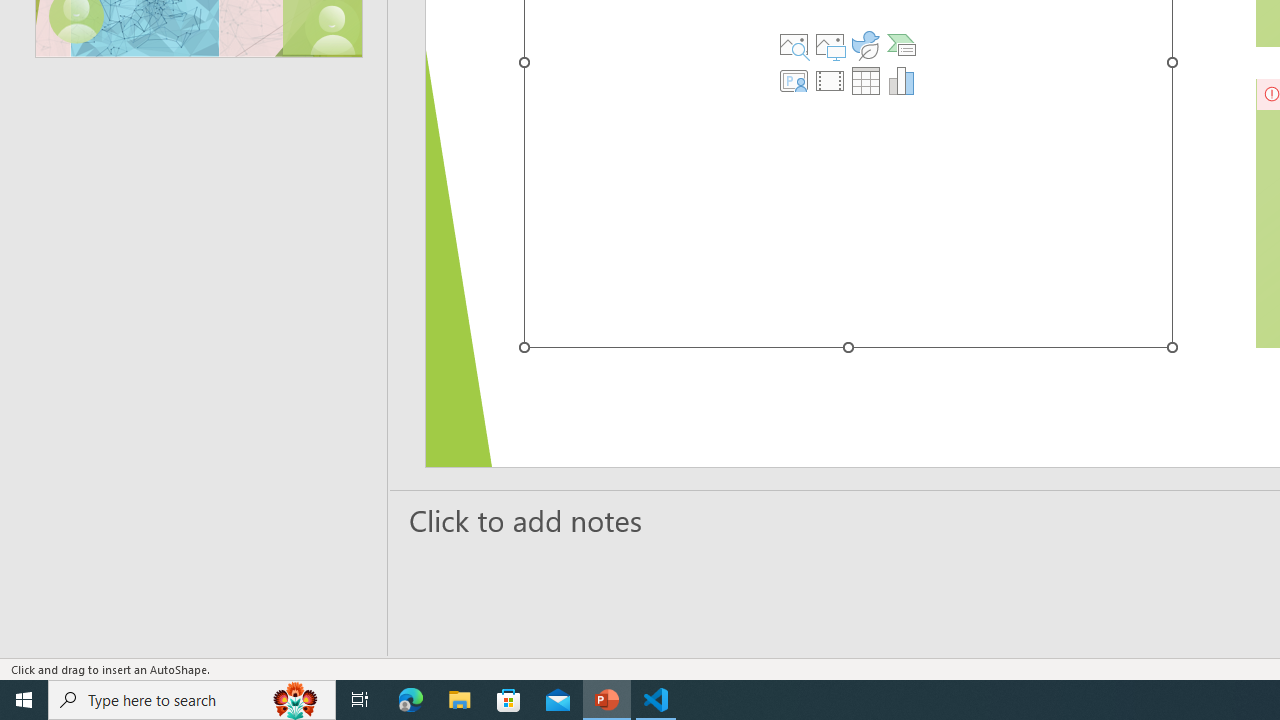  Describe the element at coordinates (900, 45) in the screenshot. I see `'Insert a SmartArt Graphic'` at that location.